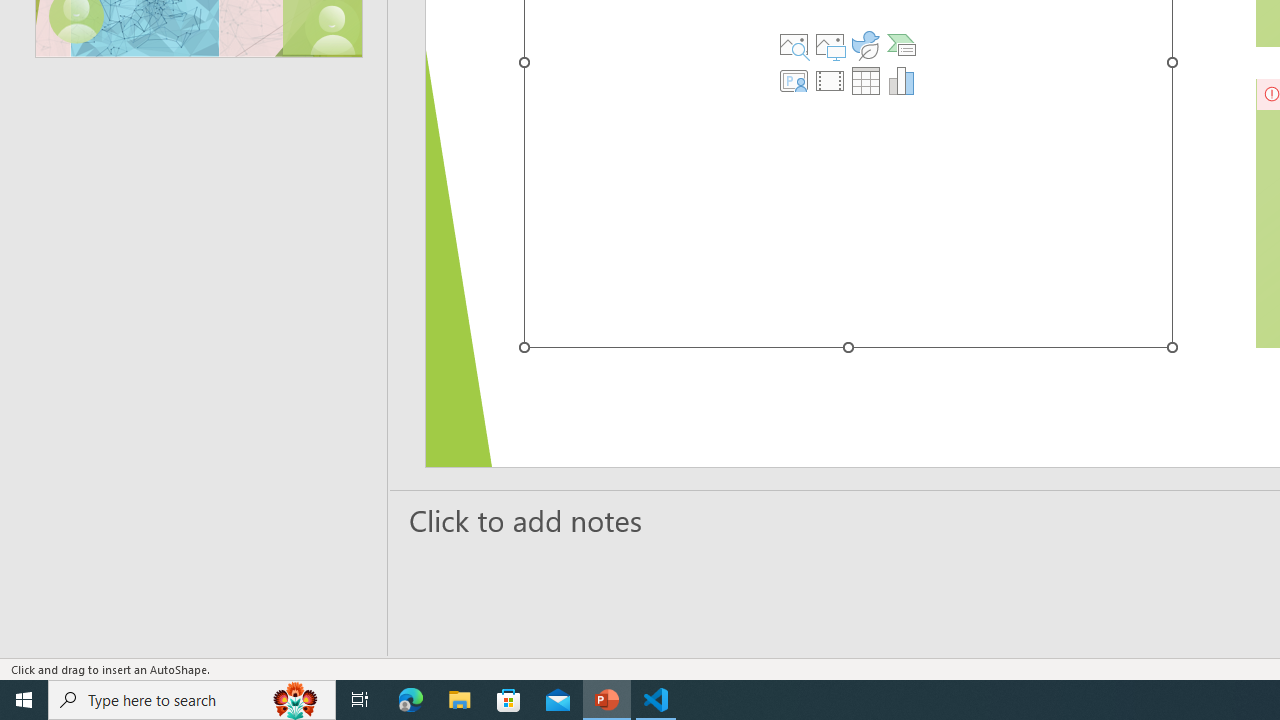  Describe the element at coordinates (900, 45) in the screenshot. I see `'Insert a SmartArt Graphic'` at that location.